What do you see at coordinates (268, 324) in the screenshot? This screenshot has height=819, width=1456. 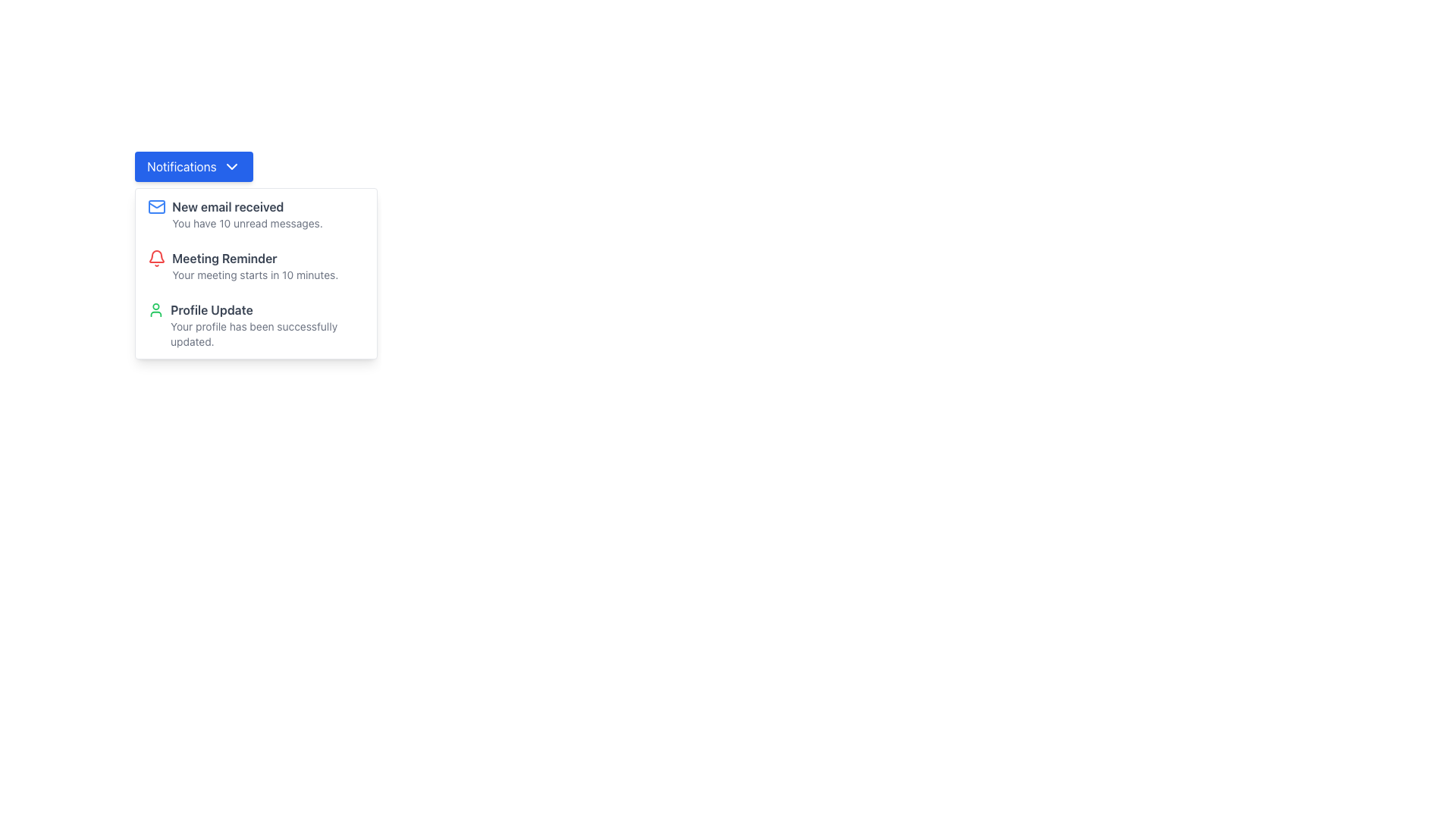 I see `the 'Profile Update' notification text block that indicates a successful profile update` at bounding box center [268, 324].